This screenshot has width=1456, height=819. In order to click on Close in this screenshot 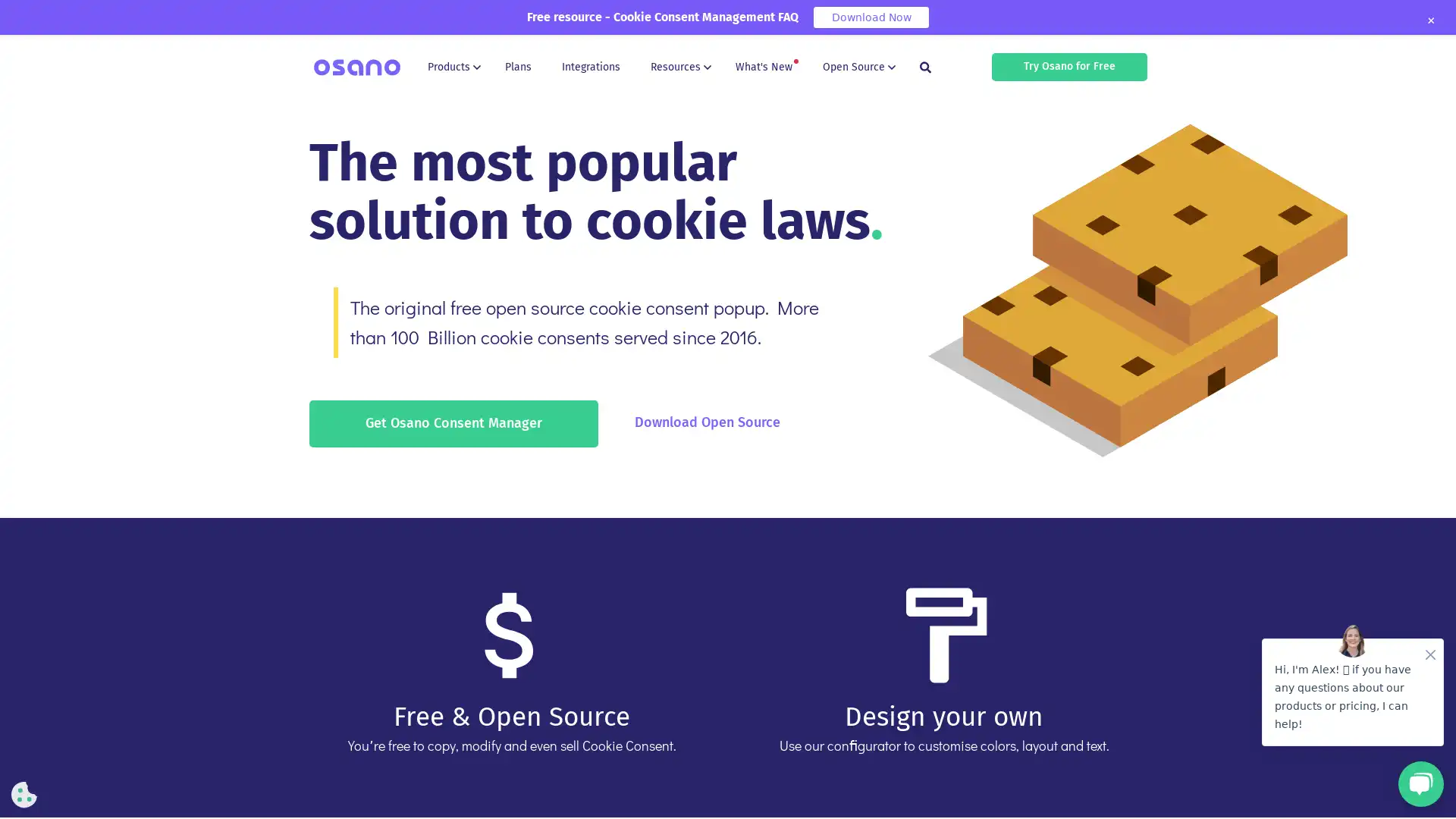, I will do `click(1429, 20)`.